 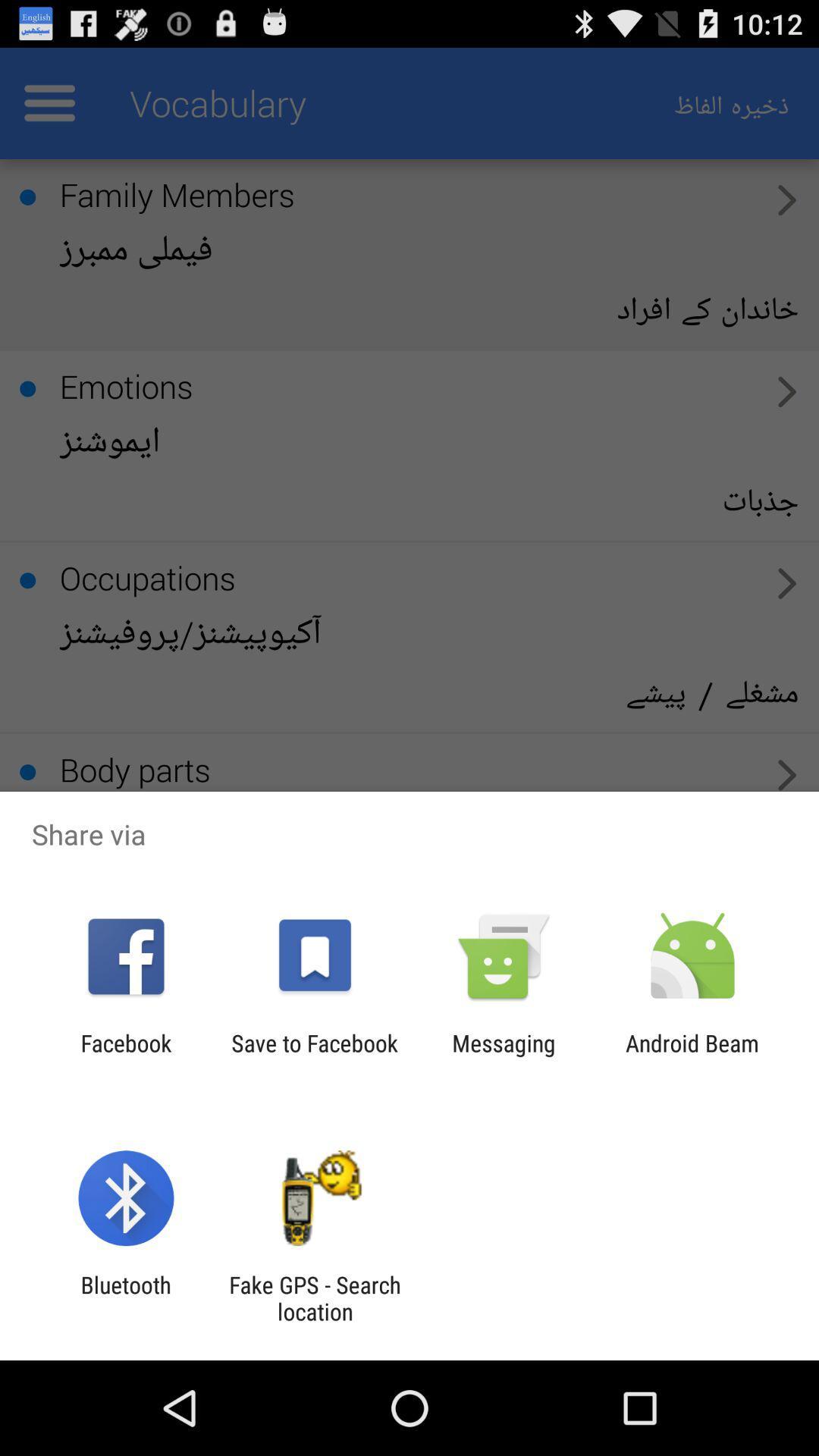 What do you see at coordinates (125, 1298) in the screenshot?
I see `the bluetooth item` at bounding box center [125, 1298].